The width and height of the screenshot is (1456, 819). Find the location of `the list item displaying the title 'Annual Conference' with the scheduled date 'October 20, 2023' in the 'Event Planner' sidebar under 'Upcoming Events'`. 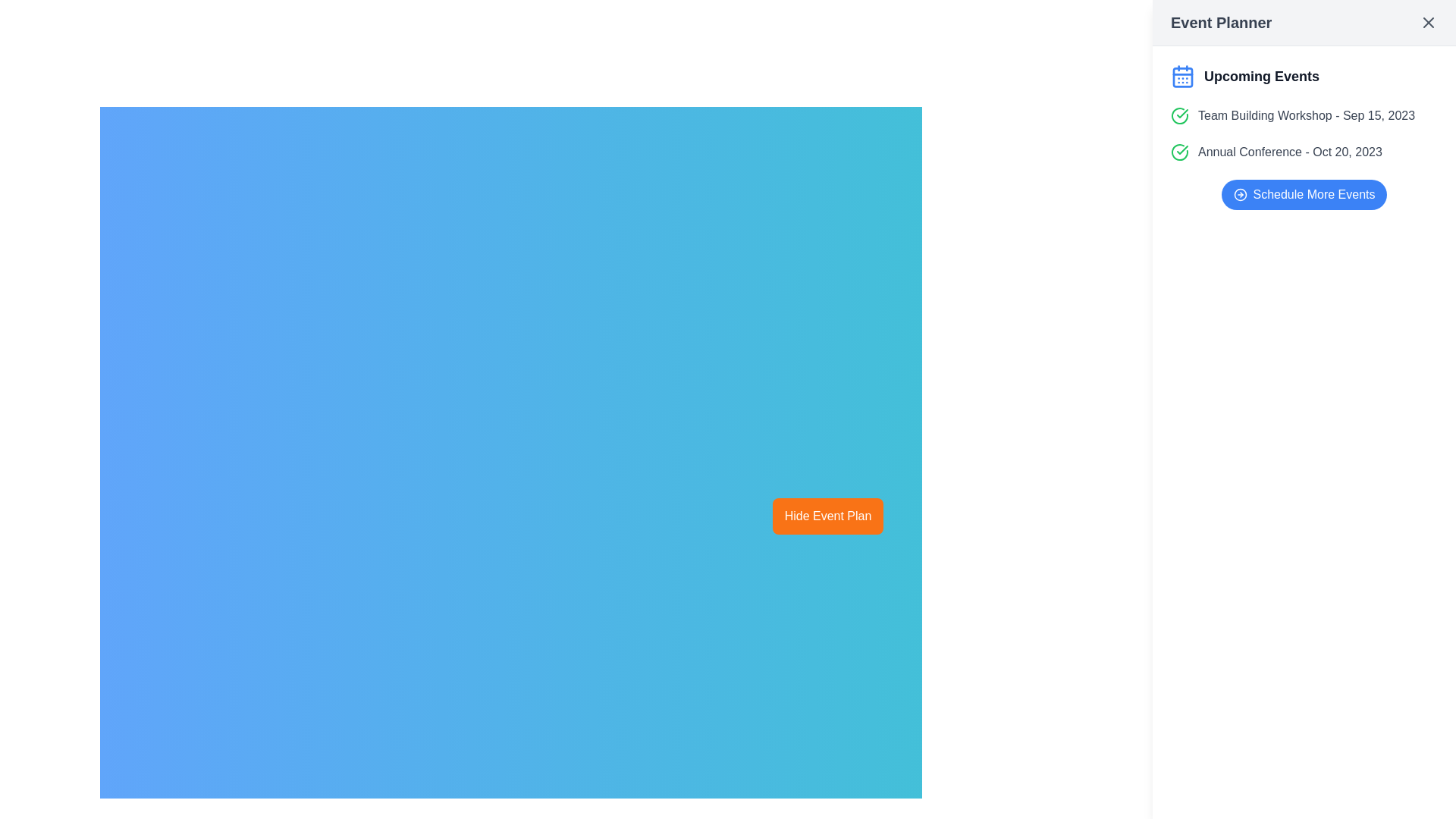

the list item displaying the title 'Annual Conference' with the scheduled date 'October 20, 2023' in the 'Event Planner' sidebar under 'Upcoming Events' is located at coordinates (1303, 152).